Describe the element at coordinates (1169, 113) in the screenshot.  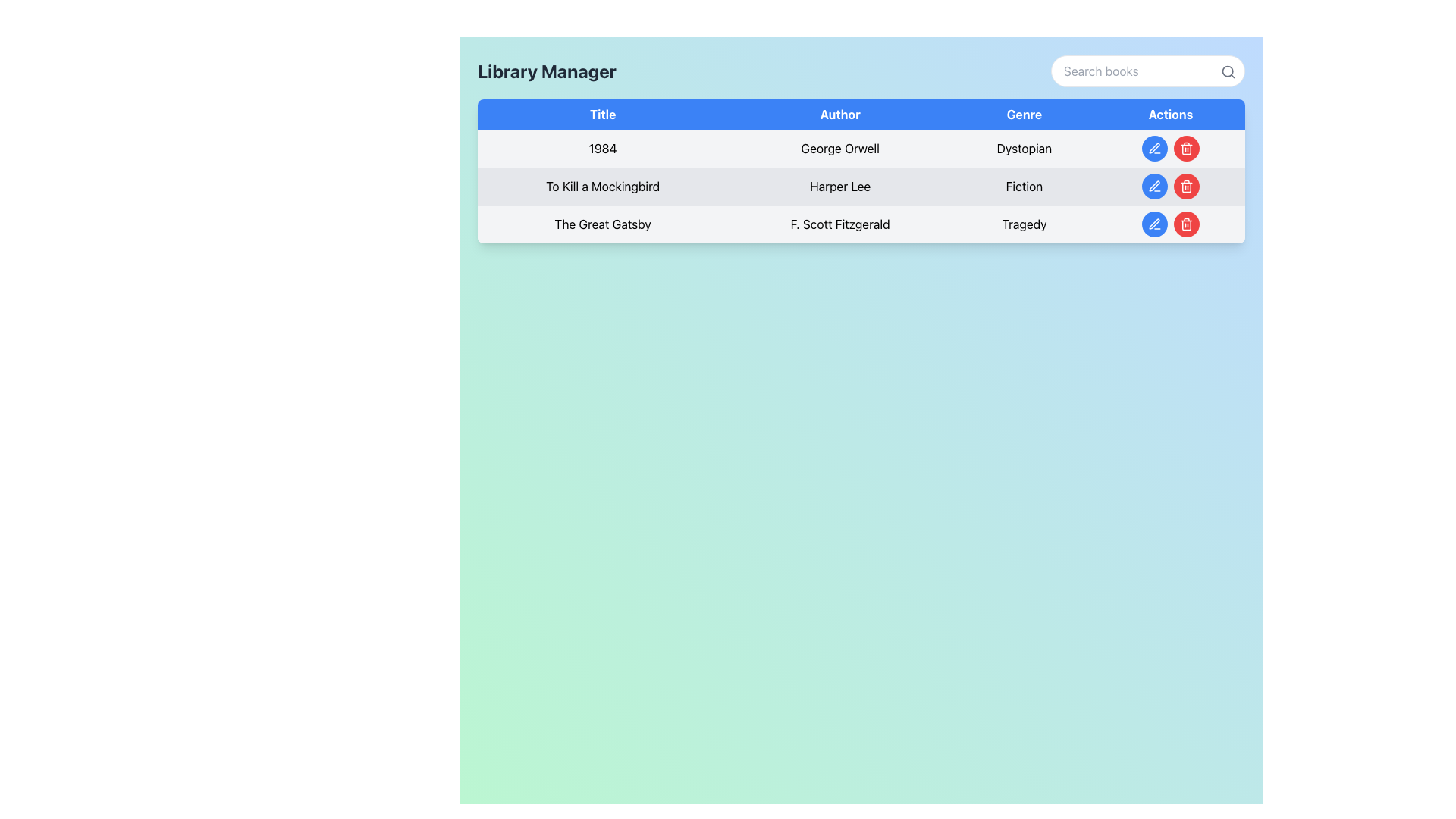
I see `text content of the Table Header Cell labeled 'Actions', which is a blue rectangular area with white text, located at the top-right of the table` at that location.